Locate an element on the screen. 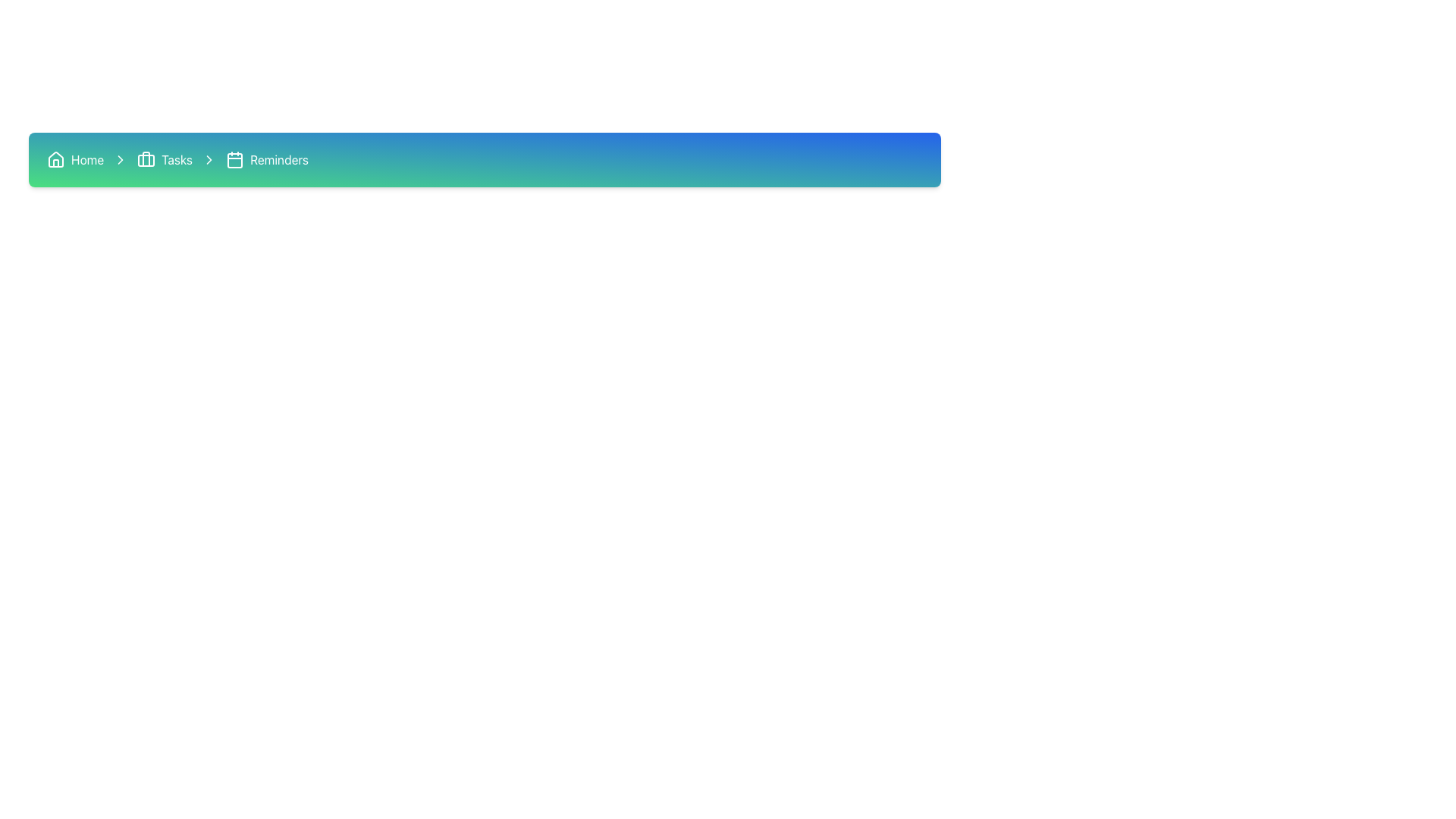  the suitcase icon located to the left of the 'Tasks' text label in the breadcrumb navigation bar is located at coordinates (146, 160).